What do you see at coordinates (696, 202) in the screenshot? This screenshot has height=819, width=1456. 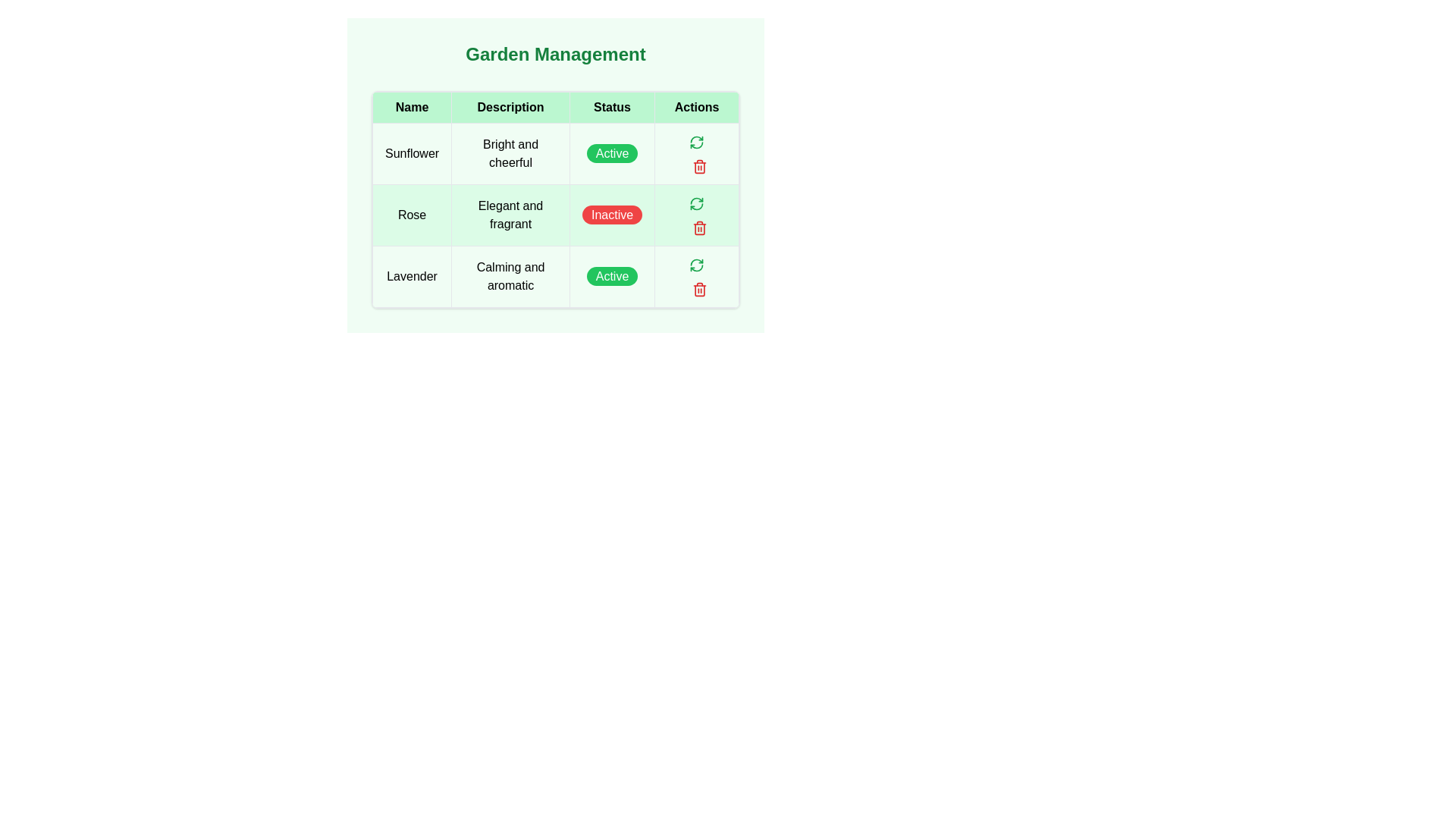 I see `the circular refresh icon button located in the 'Actions' column of the 'Garden Management' interface` at bounding box center [696, 202].